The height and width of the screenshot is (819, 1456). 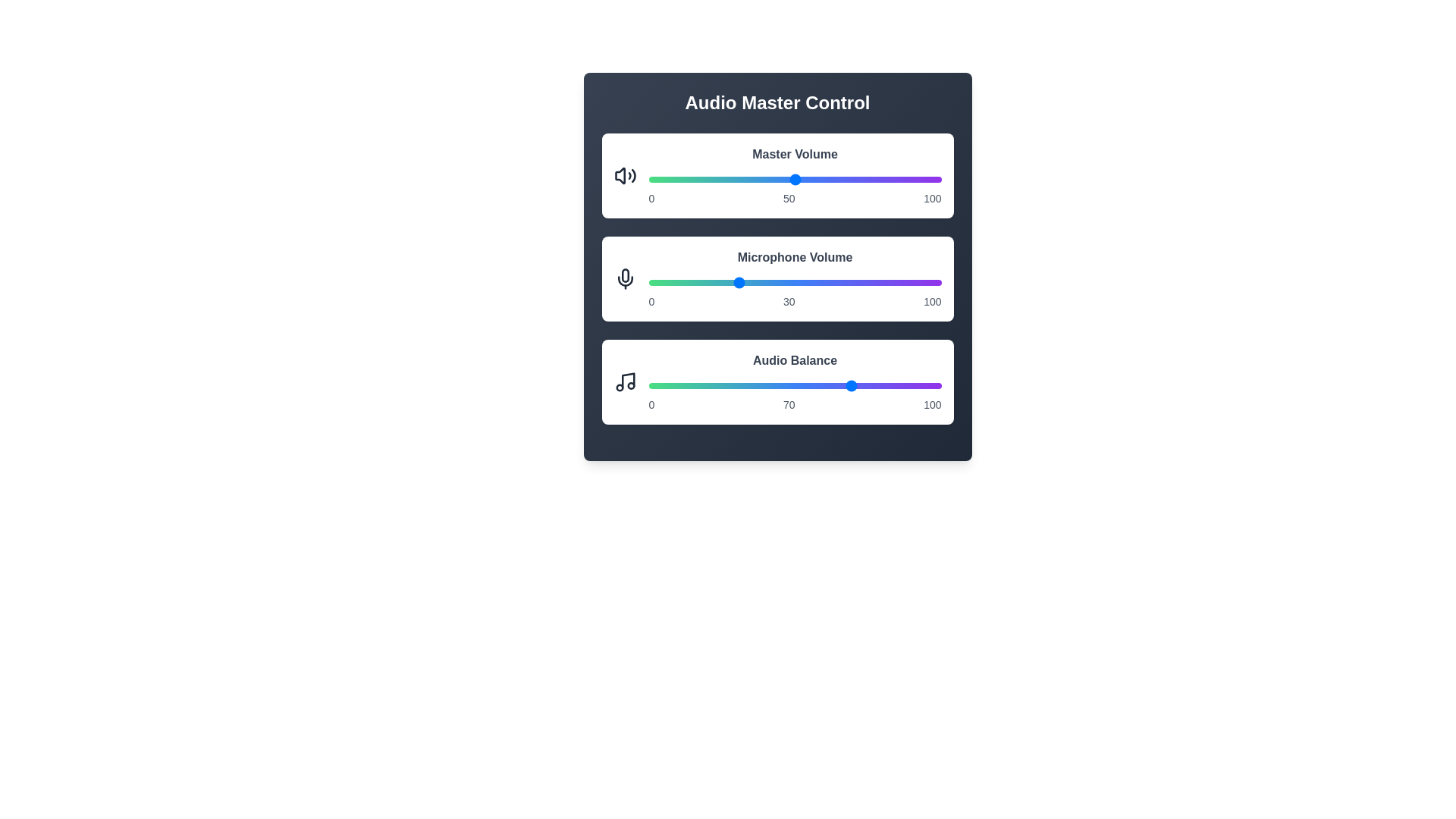 I want to click on the microphone volume slider to 32%, so click(x=742, y=283).